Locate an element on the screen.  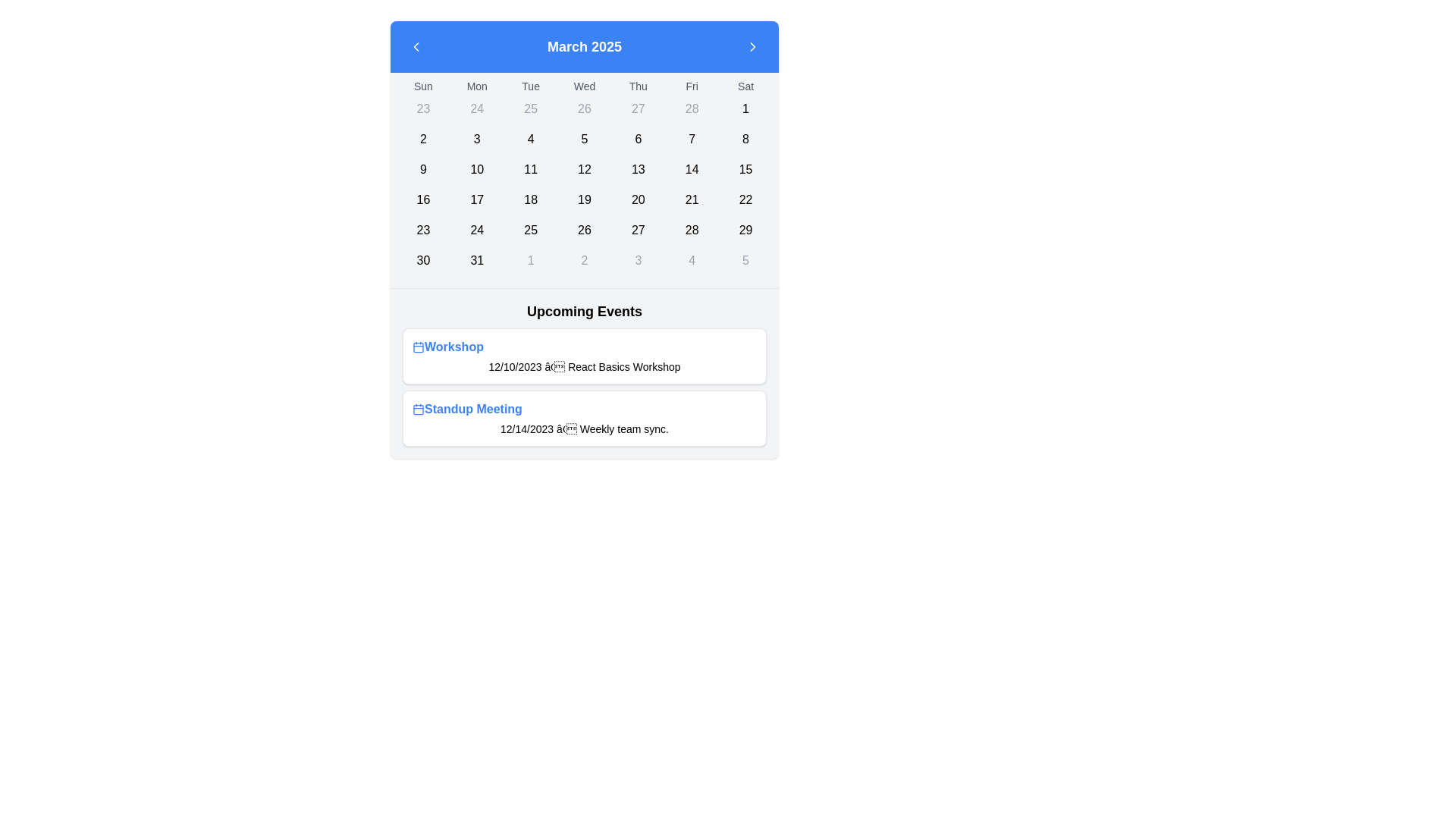
the rectangular button displaying the number '3' in a sans-serif black font, located under the 'Mon' column in the second row of the grid calendar layout for March 3rd is located at coordinates (476, 140).